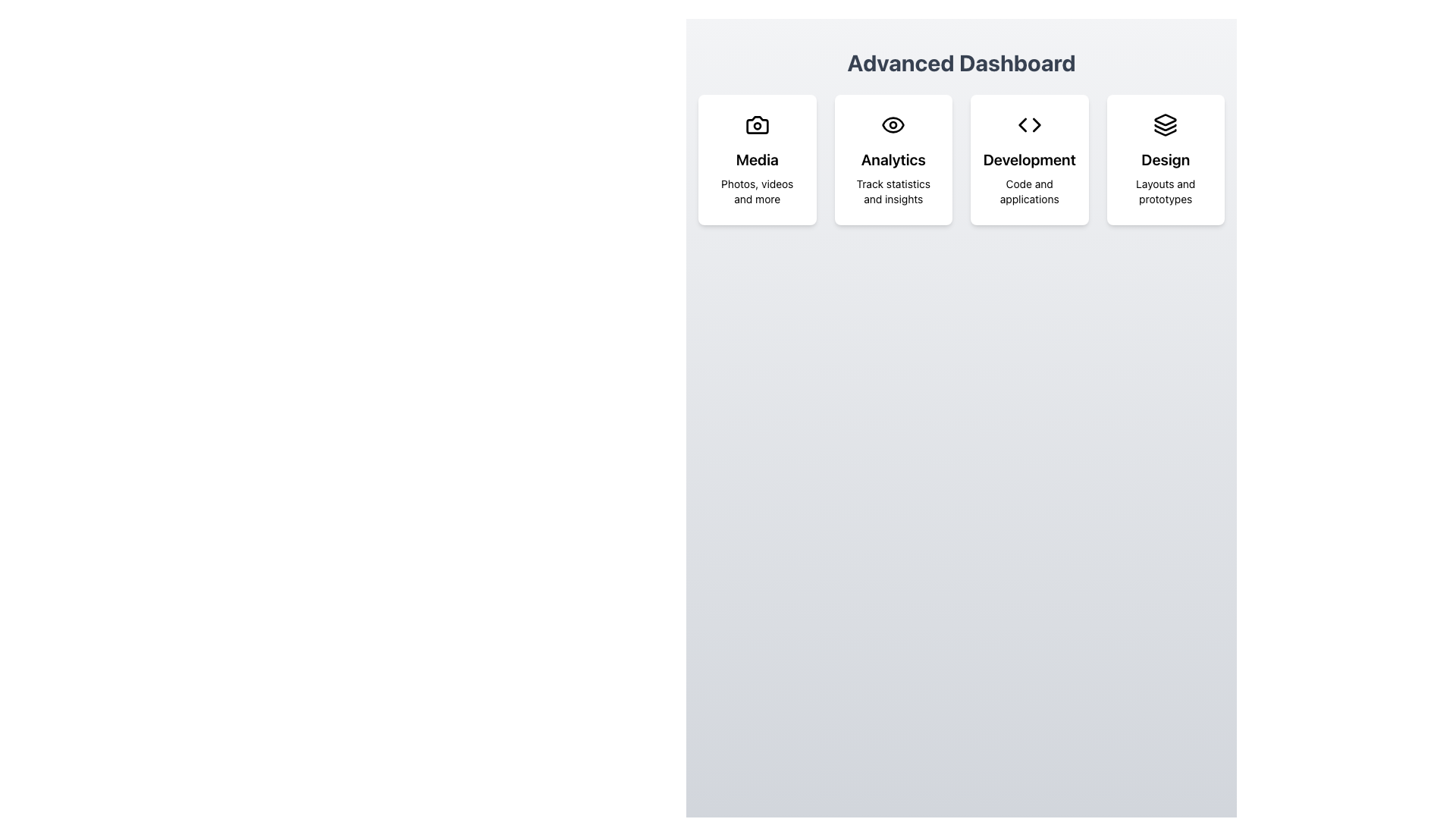 Image resolution: width=1456 pixels, height=819 pixels. I want to click on the title text for the 'Advanced Dashboard' located at the top center of the header area, above the sections 'Media,' 'Analytics,' 'Development,' and 'Design.', so click(960, 62).